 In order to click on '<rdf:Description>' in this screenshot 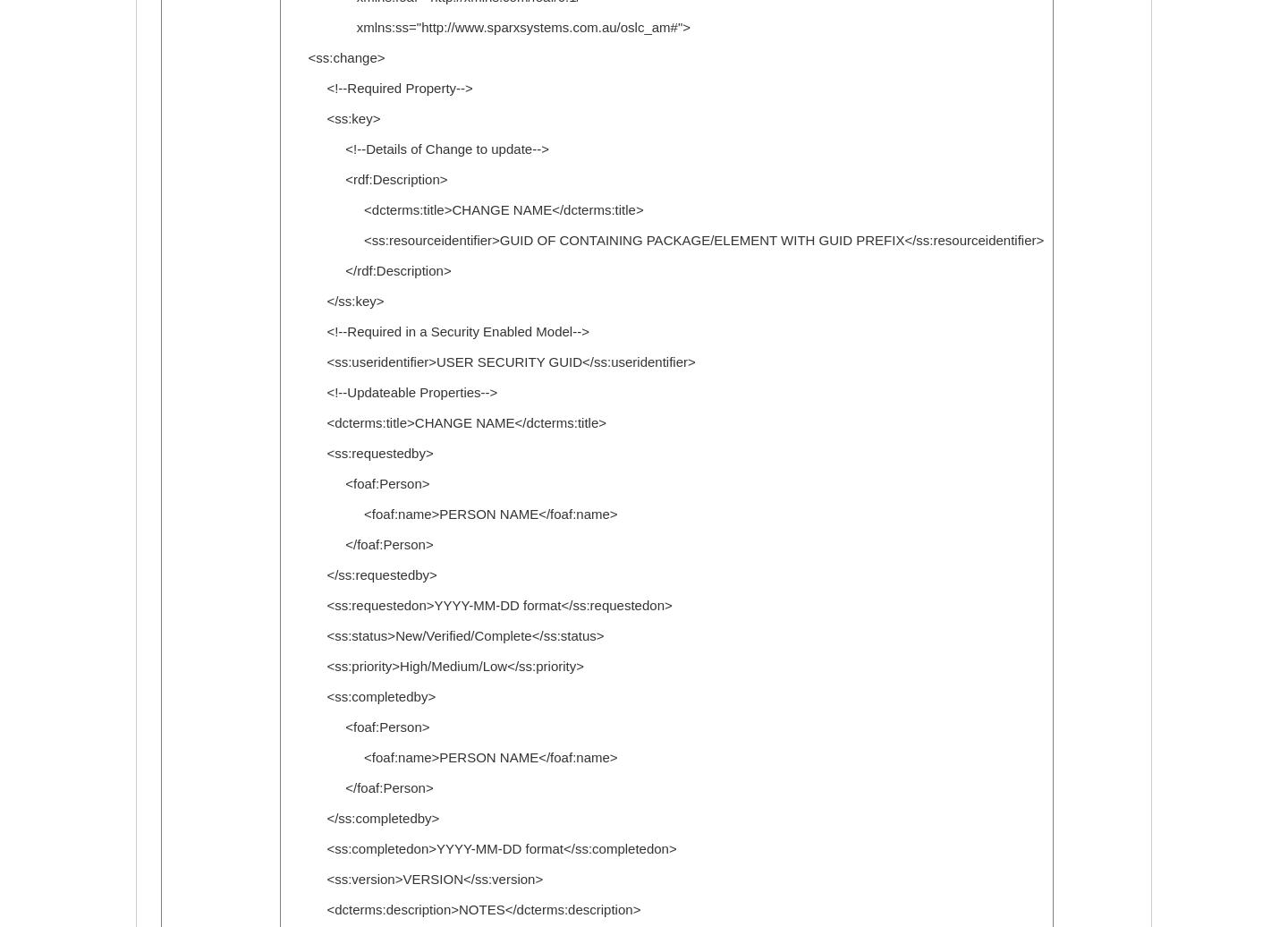, I will do `click(367, 179)`.